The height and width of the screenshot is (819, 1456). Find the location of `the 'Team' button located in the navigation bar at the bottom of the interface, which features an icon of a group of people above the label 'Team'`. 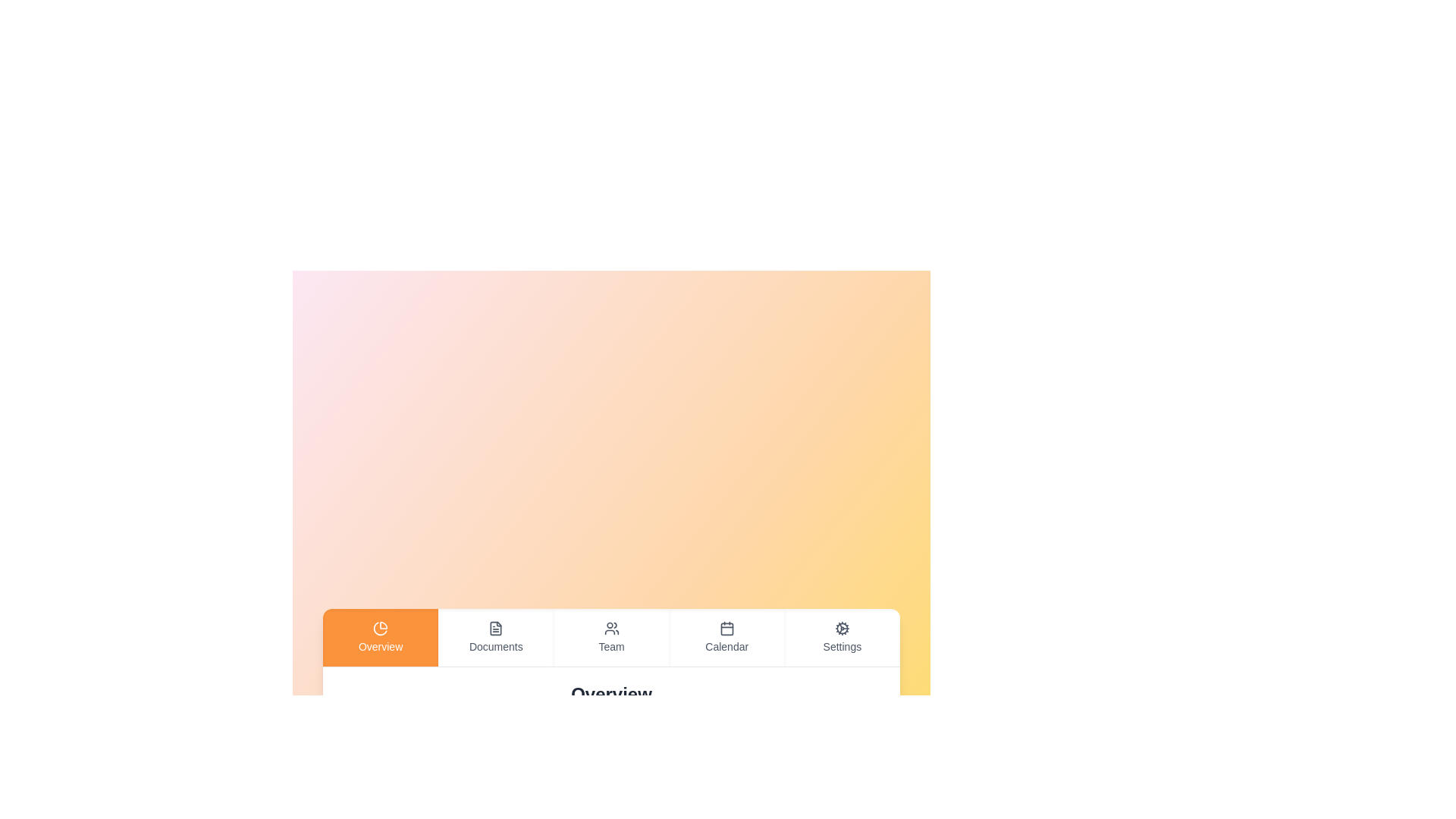

the 'Team' button located in the navigation bar at the bottom of the interface, which features an icon of a group of people above the label 'Team' is located at coordinates (611, 637).